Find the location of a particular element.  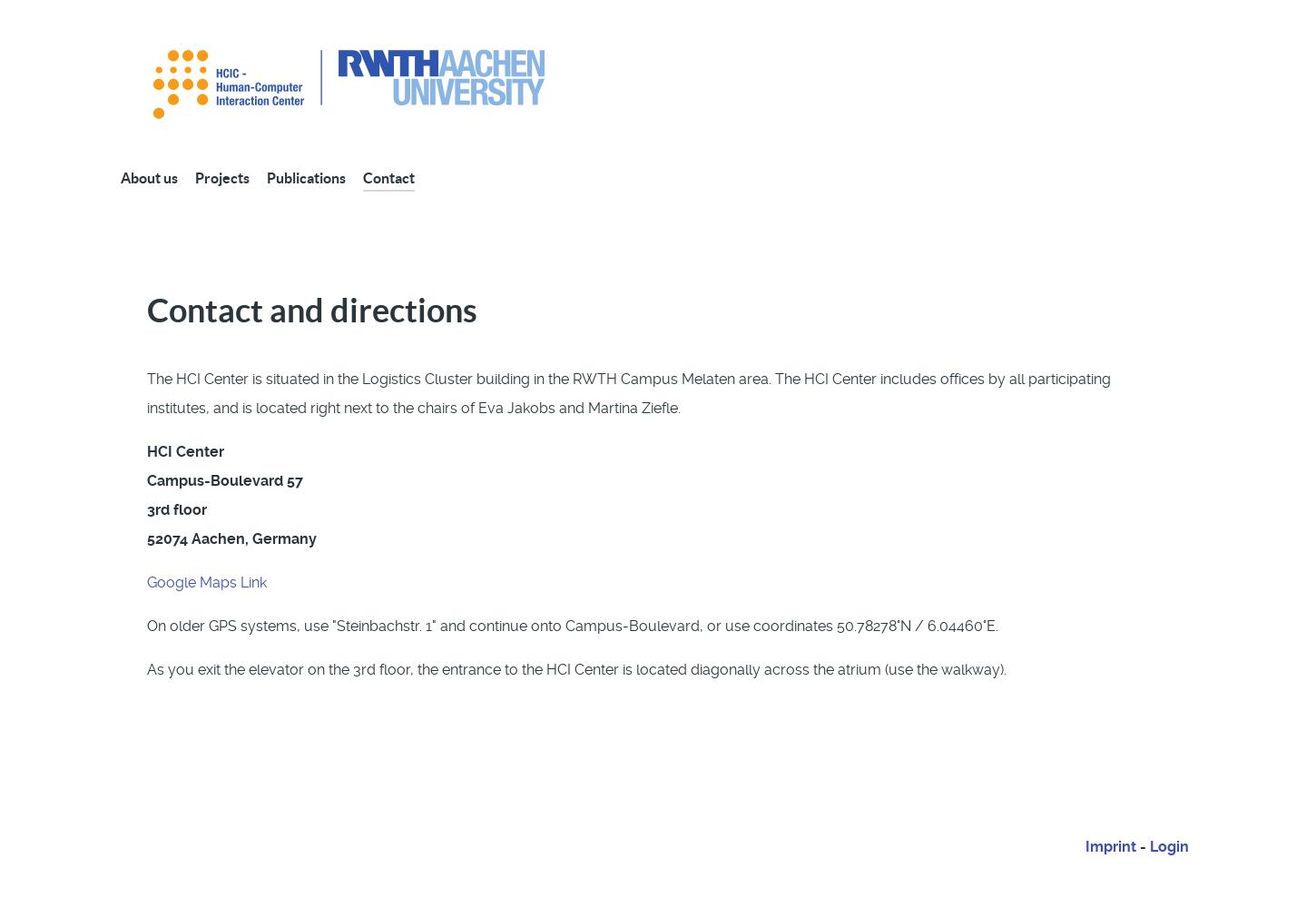

'About us' is located at coordinates (148, 176).